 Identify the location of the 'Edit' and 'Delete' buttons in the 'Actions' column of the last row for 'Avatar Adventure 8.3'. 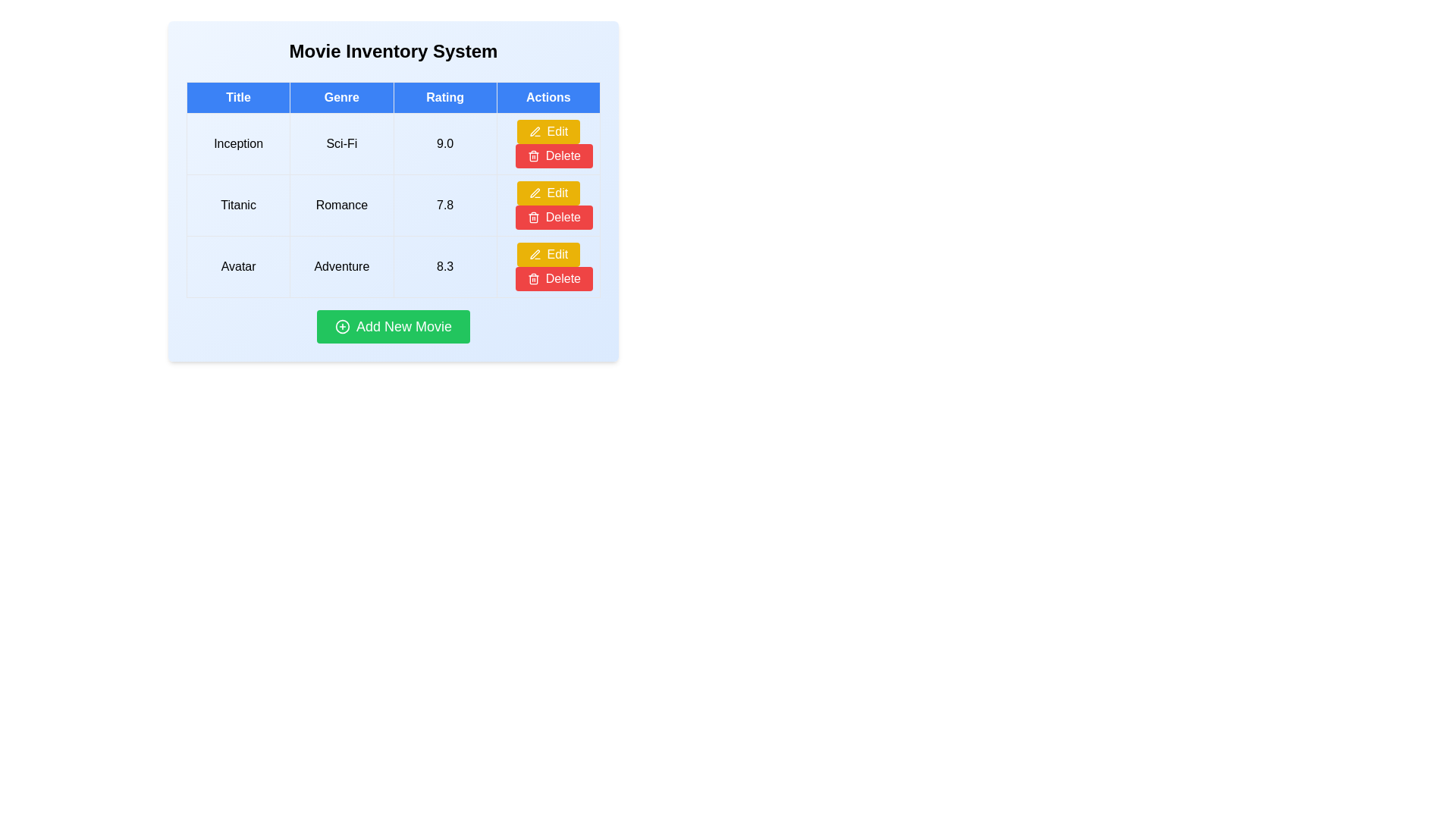
(548, 265).